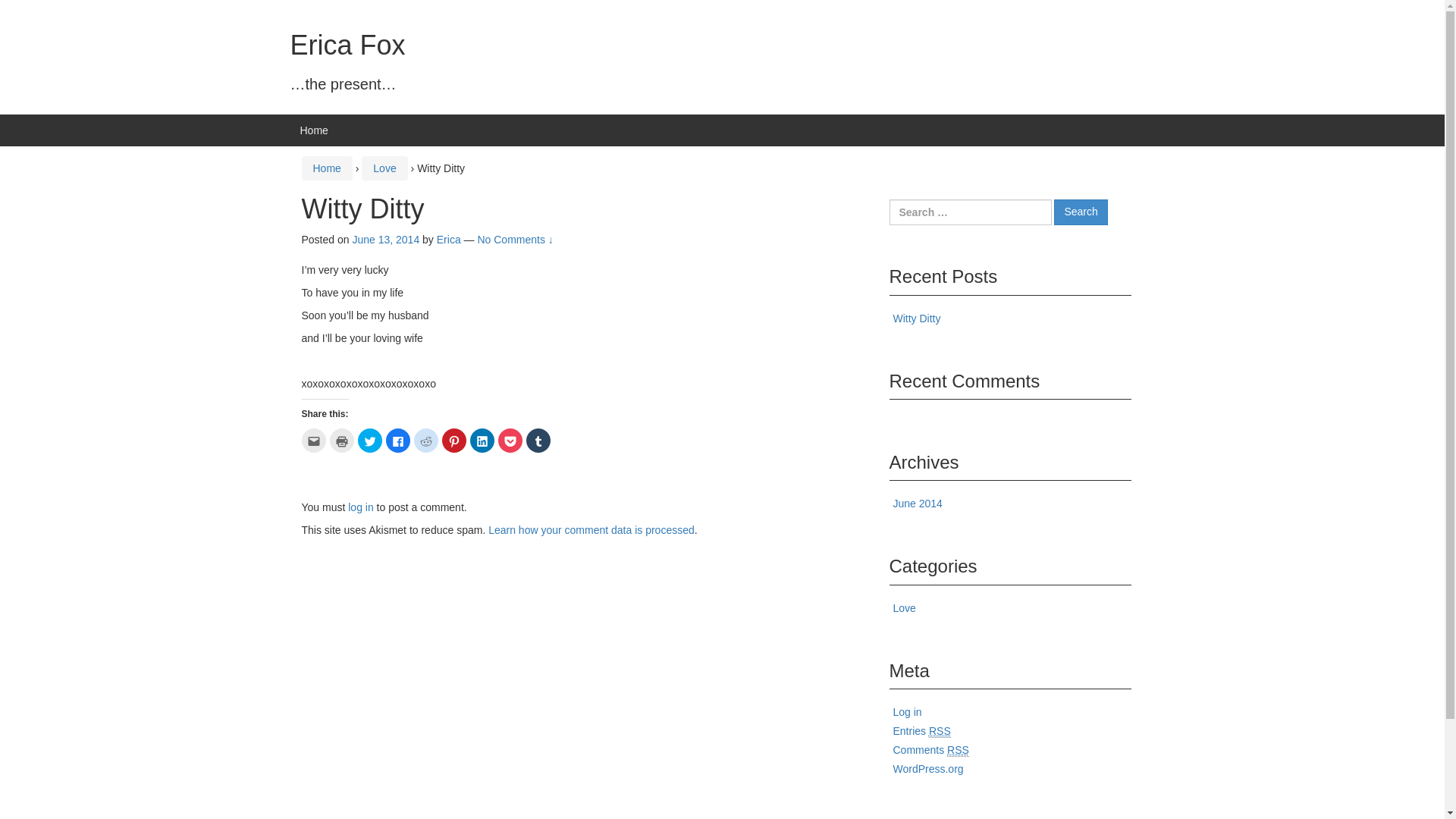  What do you see at coordinates (1080, 212) in the screenshot?
I see `'Search'` at bounding box center [1080, 212].